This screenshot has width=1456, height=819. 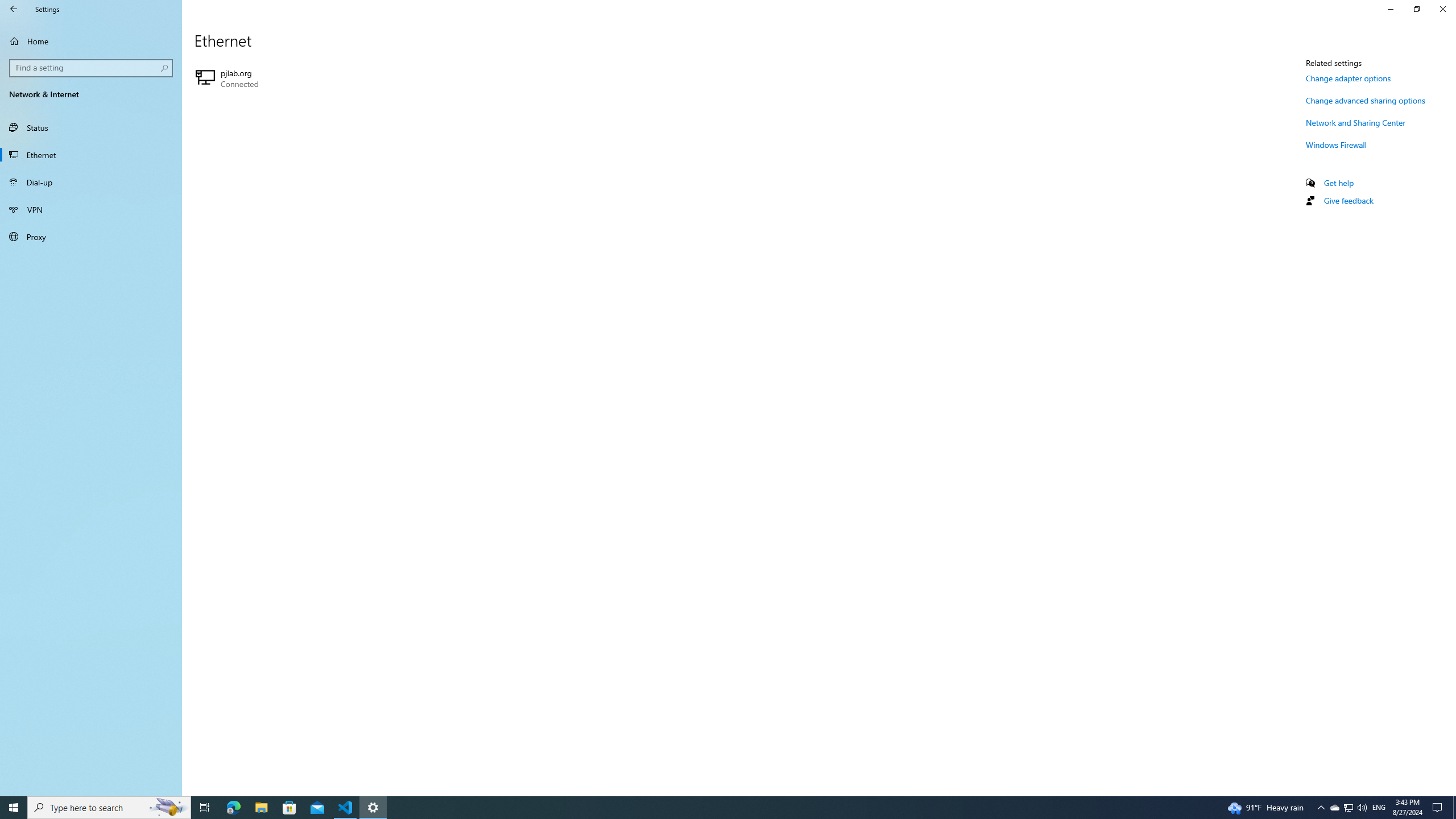 What do you see at coordinates (1442, 9) in the screenshot?
I see `'Close Settings'` at bounding box center [1442, 9].